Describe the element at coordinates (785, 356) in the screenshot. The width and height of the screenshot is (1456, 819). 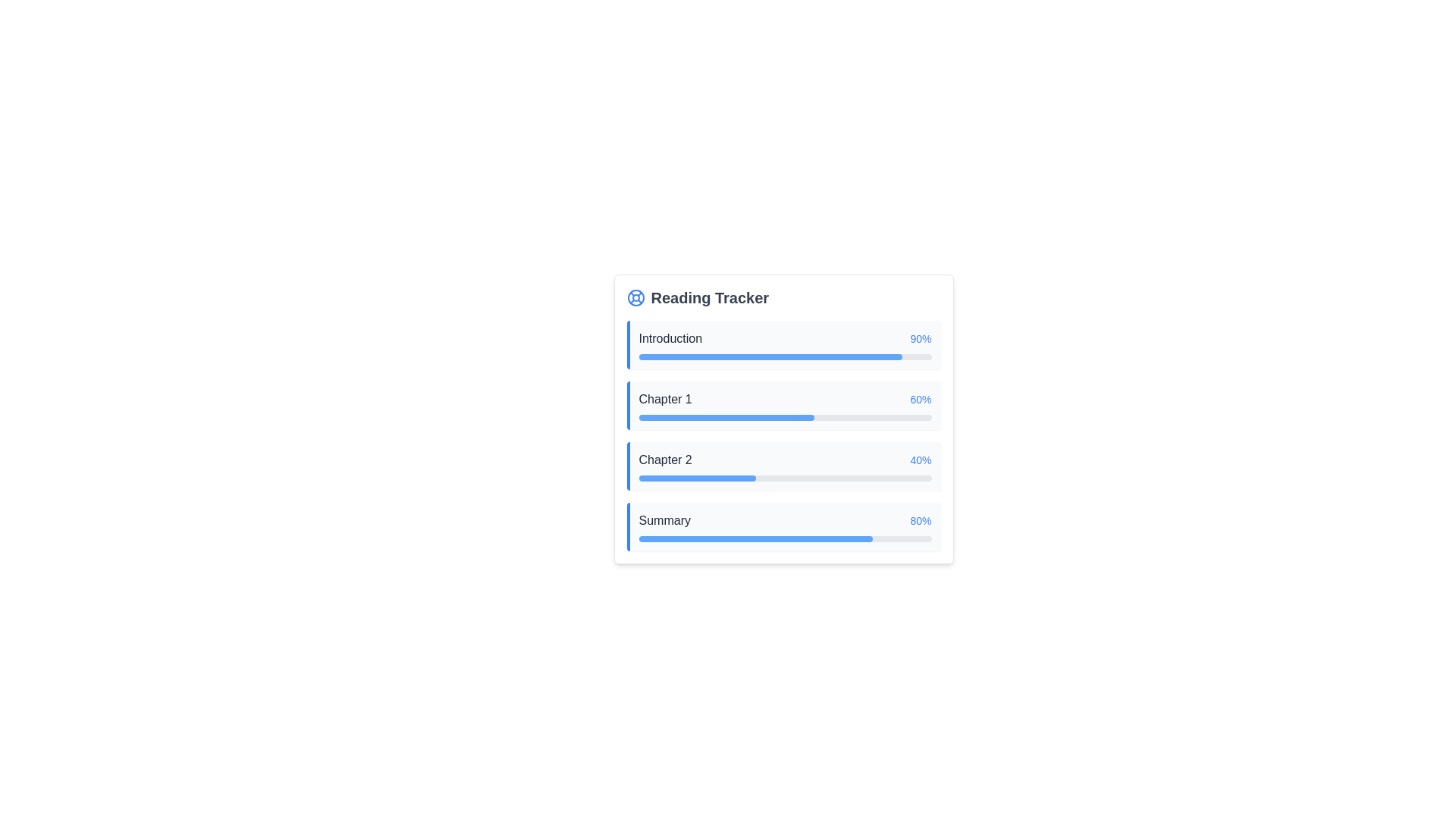
I see `the horizontal progress bar with rounded ends, styled with a gray background and a blue foreground bar, indicating 90% progress, located beneath the 'Introduction' label in the Reading Tracker interface` at that location.